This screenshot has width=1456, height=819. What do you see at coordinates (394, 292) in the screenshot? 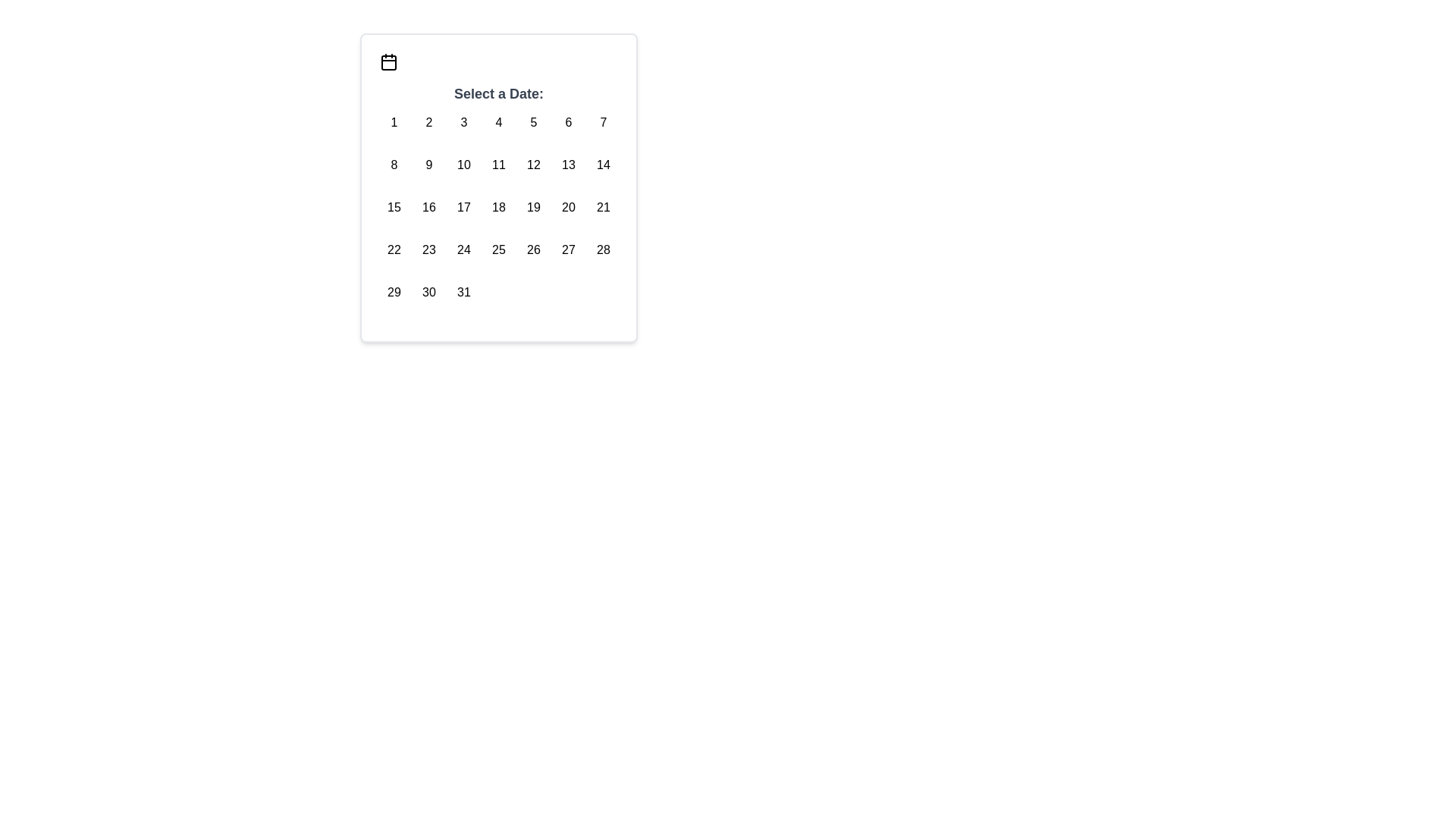
I see `the button displaying '29' to initiate keyboard interactions by moving the cursor over it` at bounding box center [394, 292].